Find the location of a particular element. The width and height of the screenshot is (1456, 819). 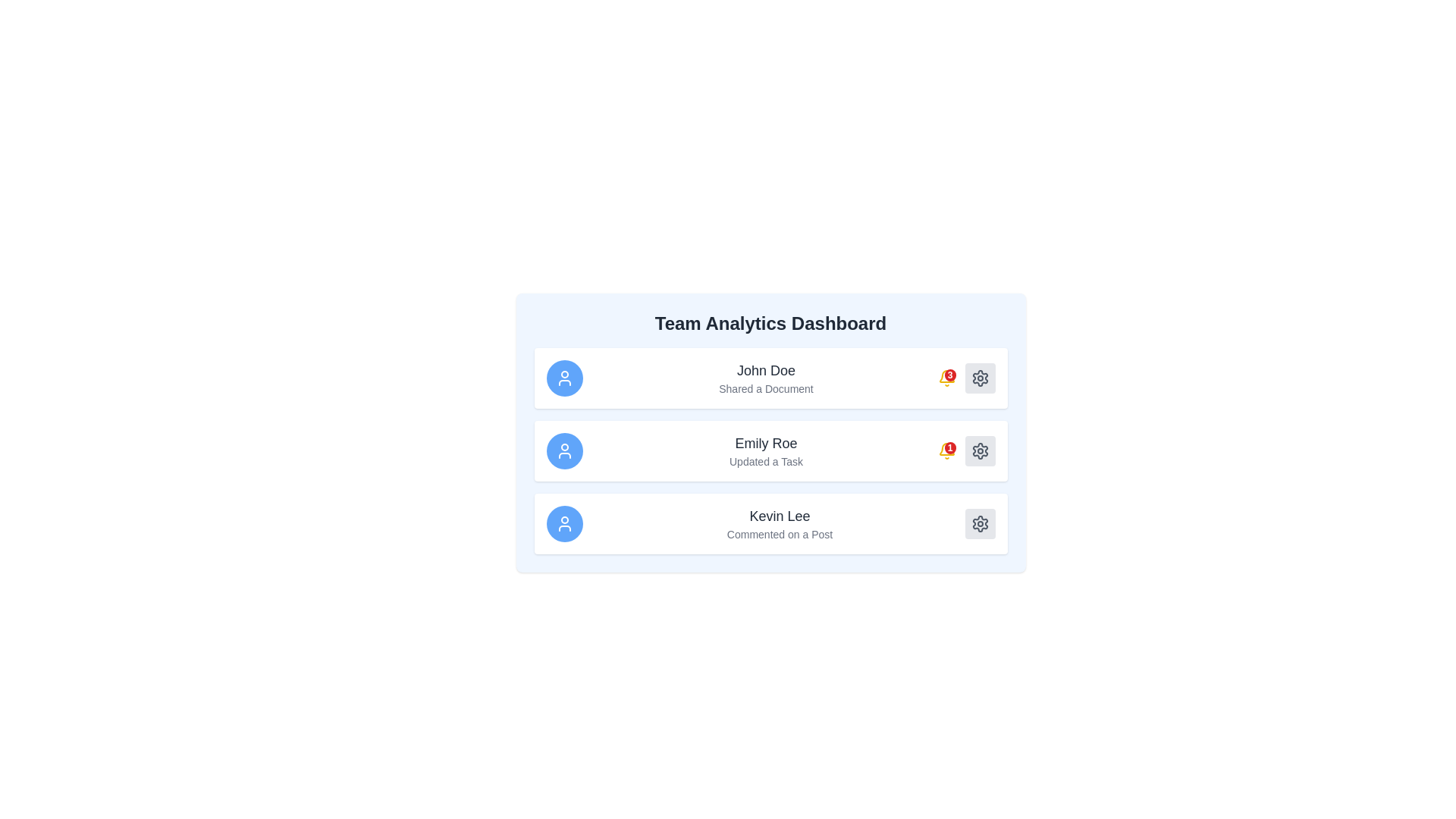

the Notification Badge icon located in the top row of the dashboard, between the 'John Doe' profile and the settings gear icon is located at coordinates (946, 377).